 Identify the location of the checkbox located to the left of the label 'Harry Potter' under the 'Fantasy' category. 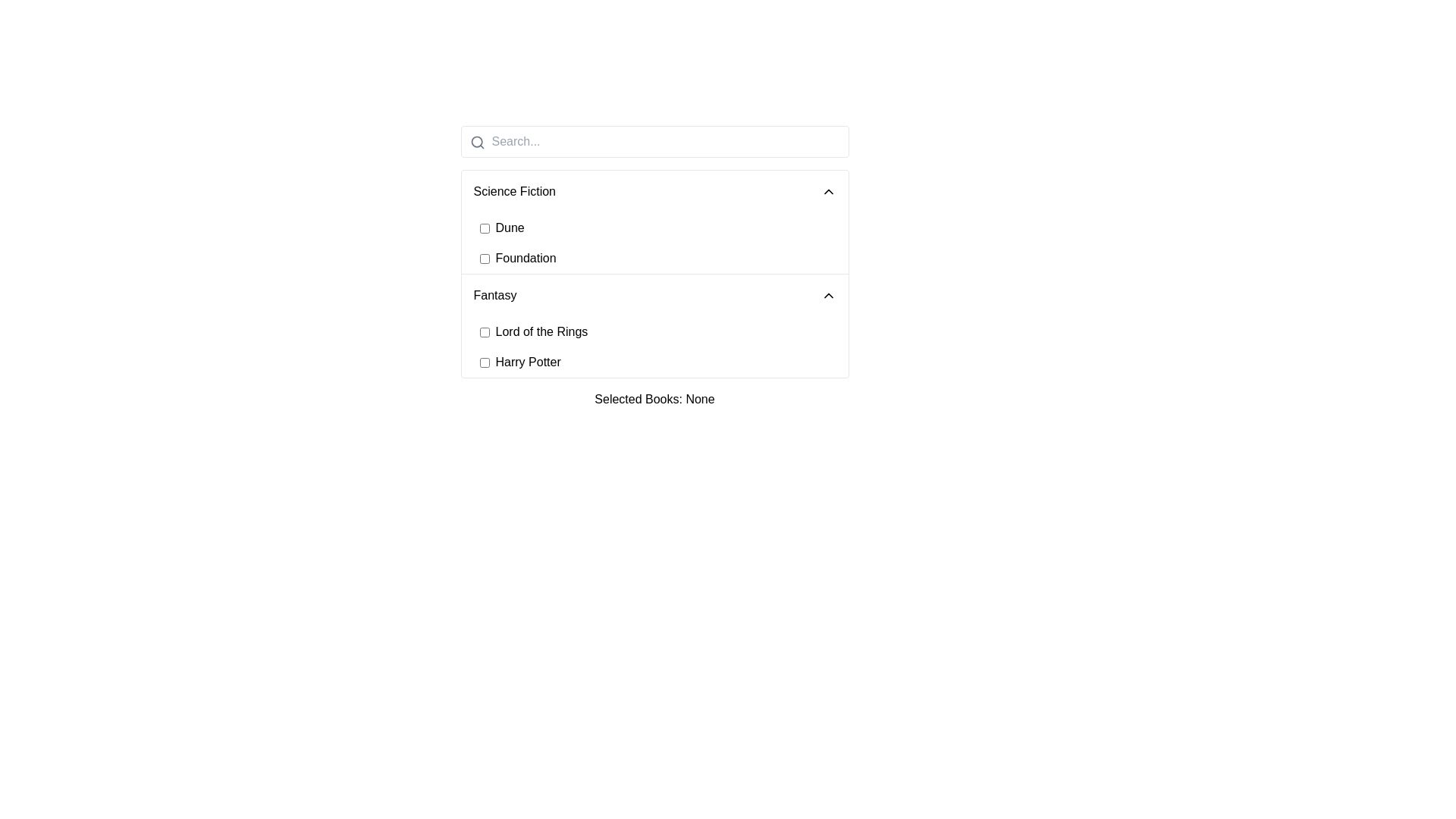
(483, 362).